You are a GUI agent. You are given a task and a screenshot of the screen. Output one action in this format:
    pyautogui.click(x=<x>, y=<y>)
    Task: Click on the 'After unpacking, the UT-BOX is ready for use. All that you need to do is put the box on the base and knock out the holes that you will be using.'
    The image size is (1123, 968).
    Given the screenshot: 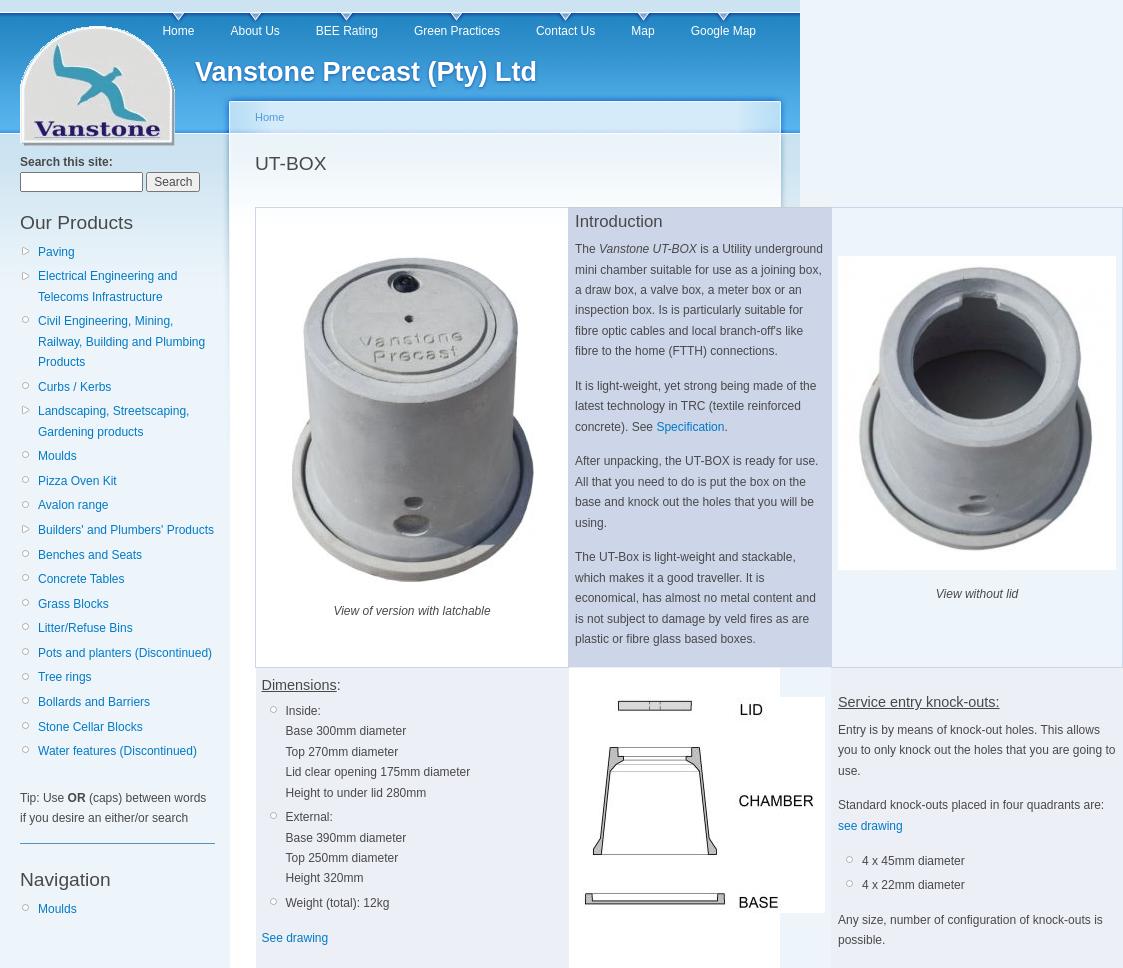 What is the action you would take?
    pyautogui.click(x=696, y=491)
    